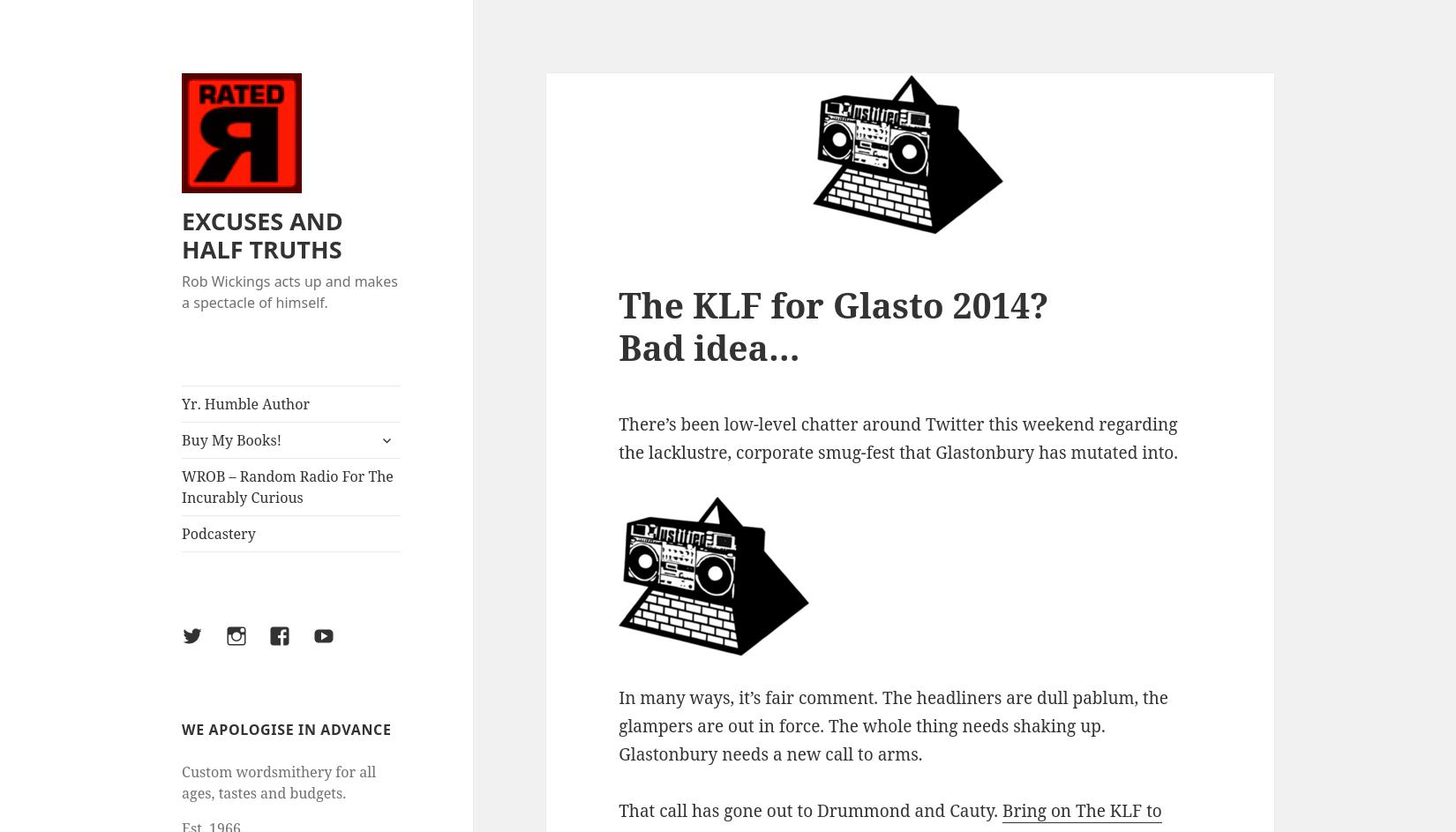 The width and height of the screenshot is (1456, 832). Describe the element at coordinates (289, 290) in the screenshot. I see `'Rob Wickings acts up and makes a spectacle of himself.'` at that location.